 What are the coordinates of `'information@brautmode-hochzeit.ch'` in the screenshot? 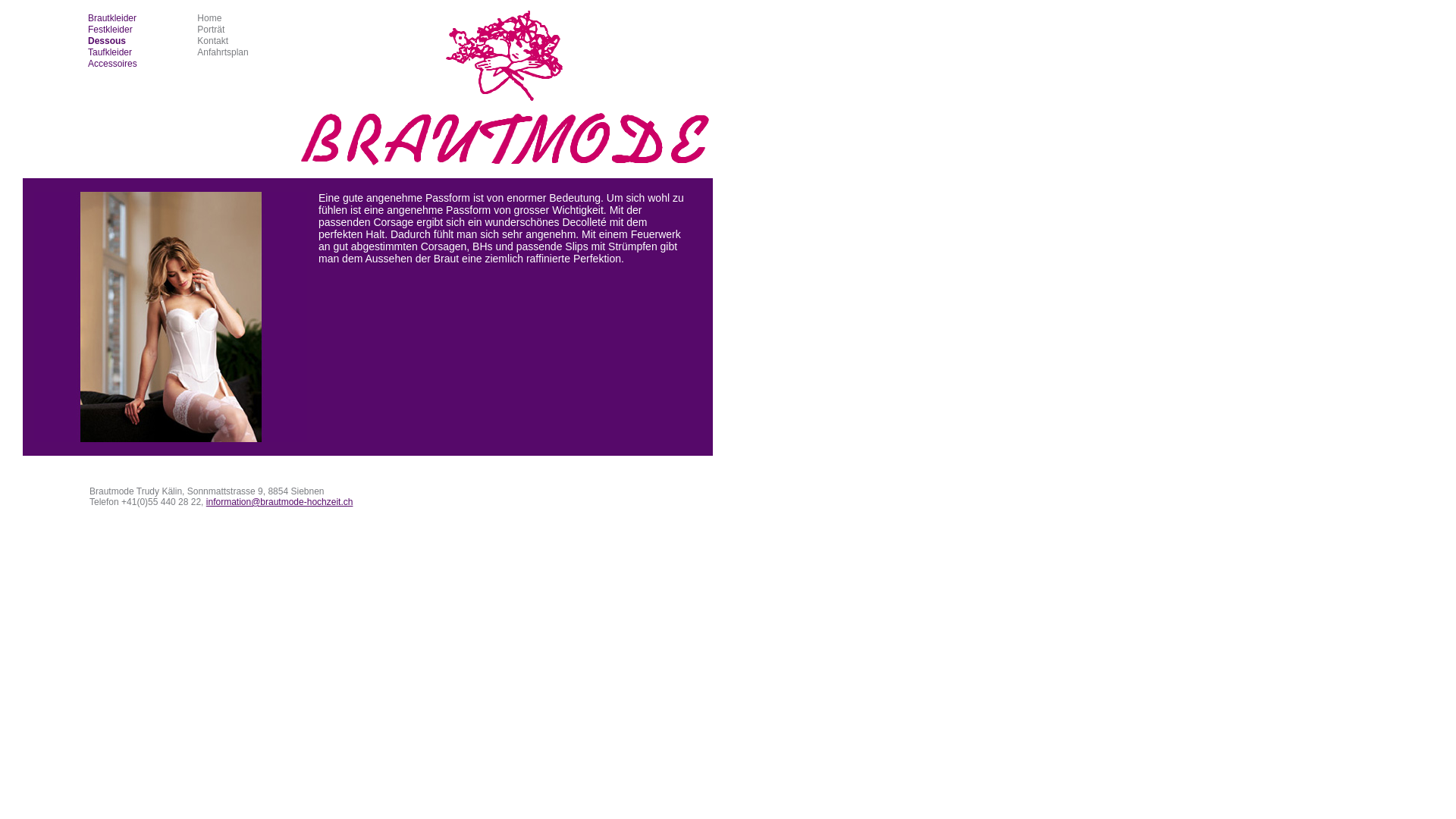 It's located at (280, 502).